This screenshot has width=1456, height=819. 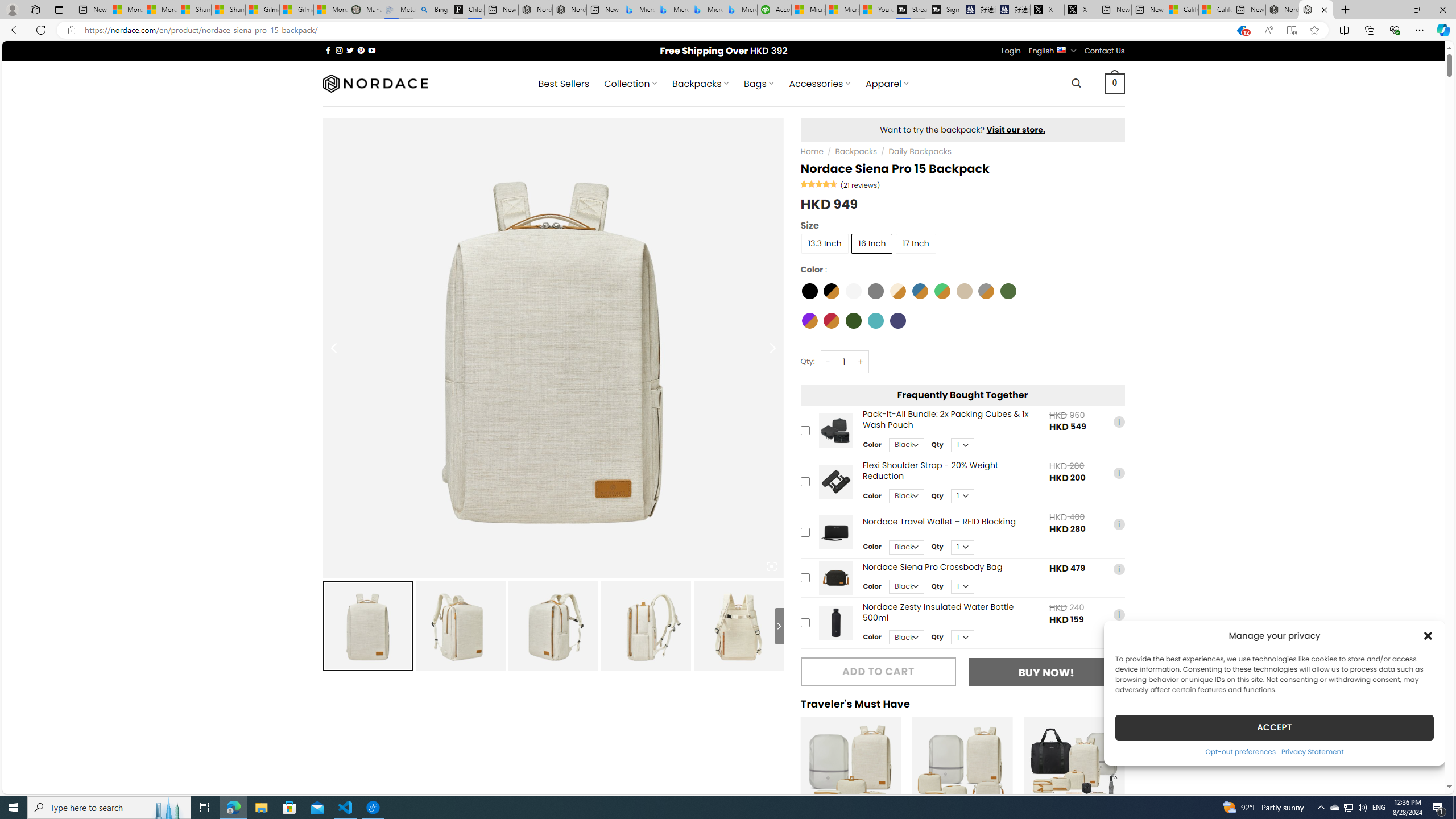 I want to click on 'Daily Backpacks', so click(x=920, y=151).